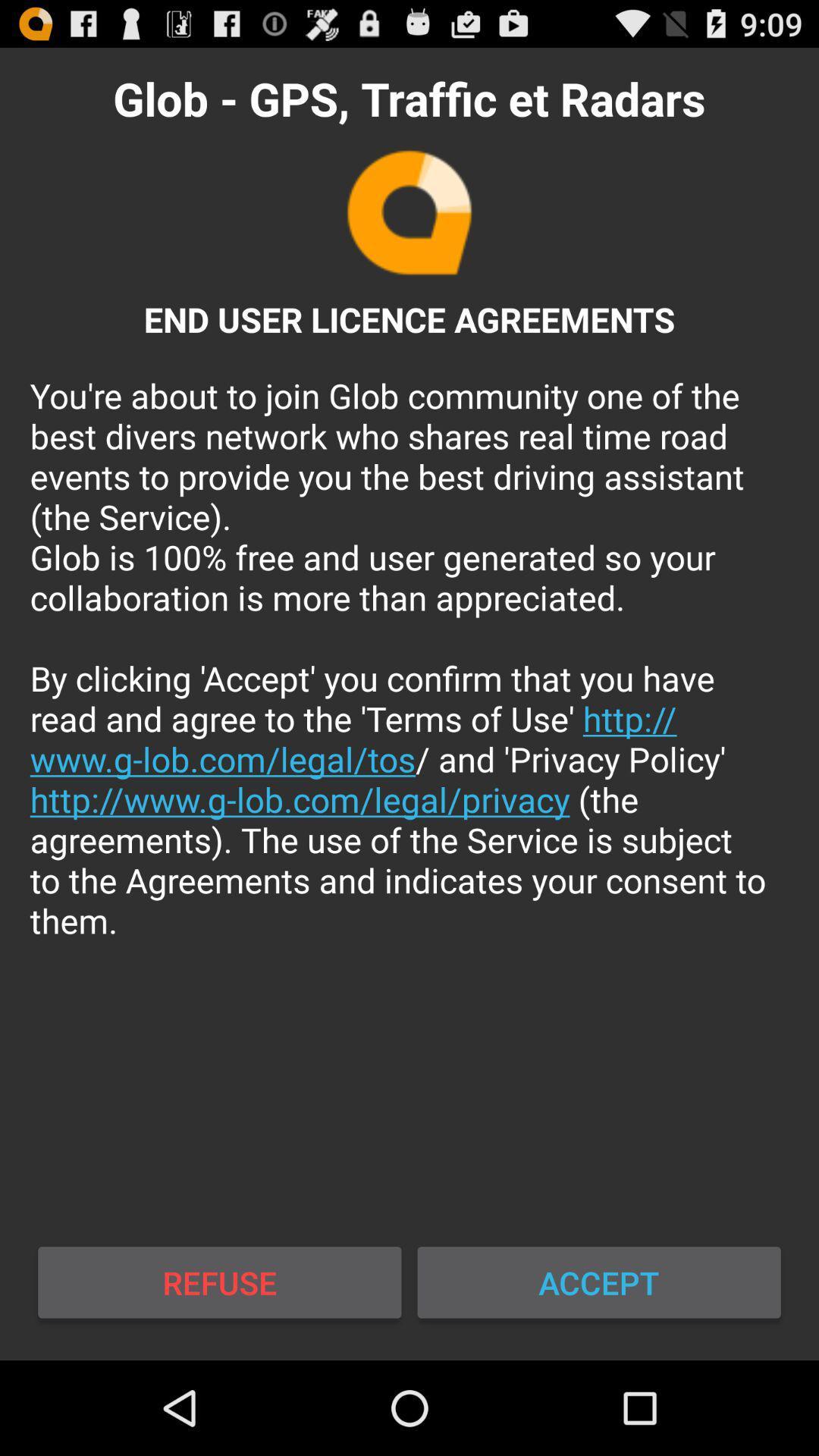 The width and height of the screenshot is (819, 1456). What do you see at coordinates (409, 657) in the screenshot?
I see `the you re about app` at bounding box center [409, 657].